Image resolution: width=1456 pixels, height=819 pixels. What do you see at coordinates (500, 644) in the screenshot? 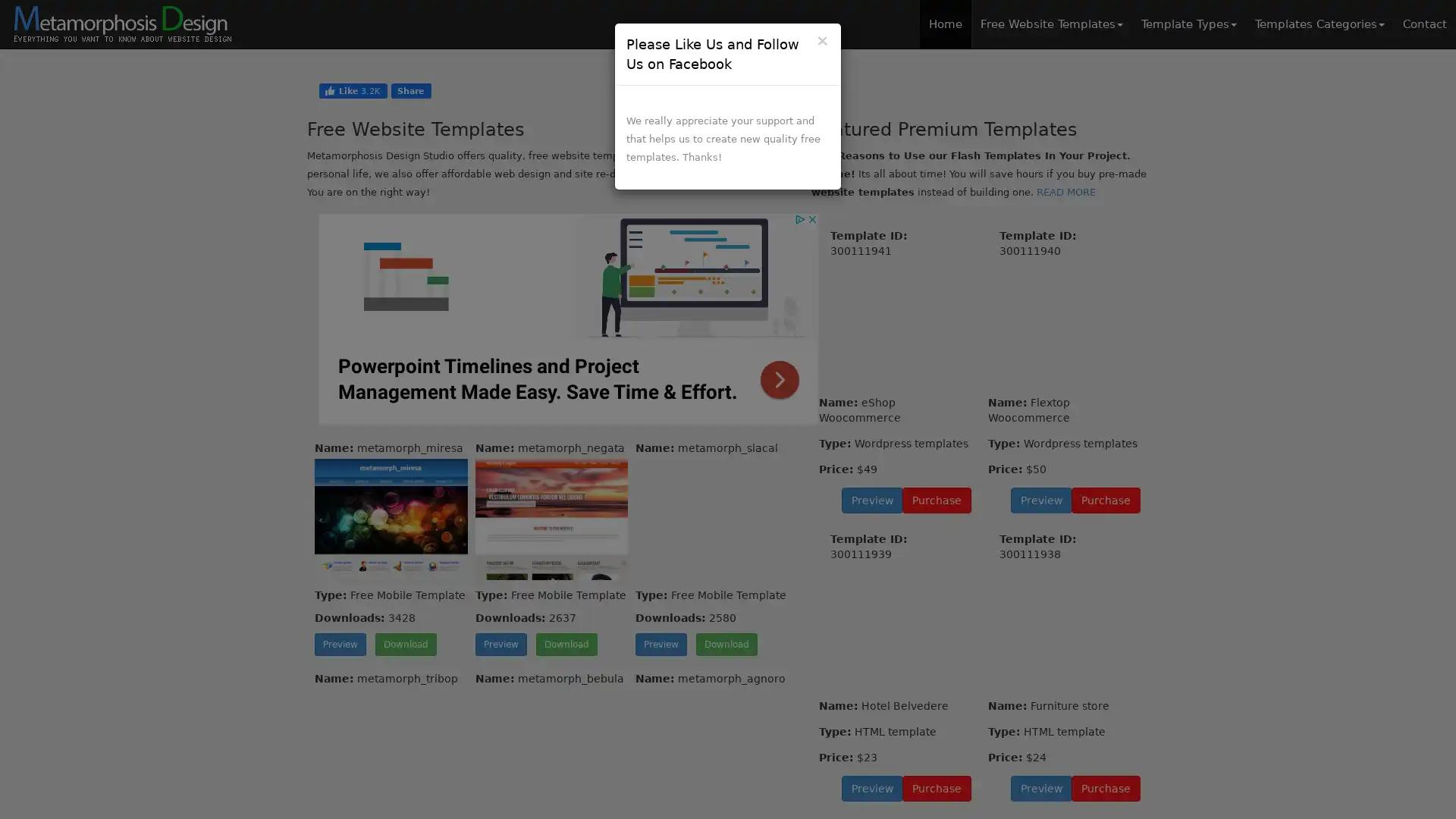
I see `Preview` at bounding box center [500, 644].